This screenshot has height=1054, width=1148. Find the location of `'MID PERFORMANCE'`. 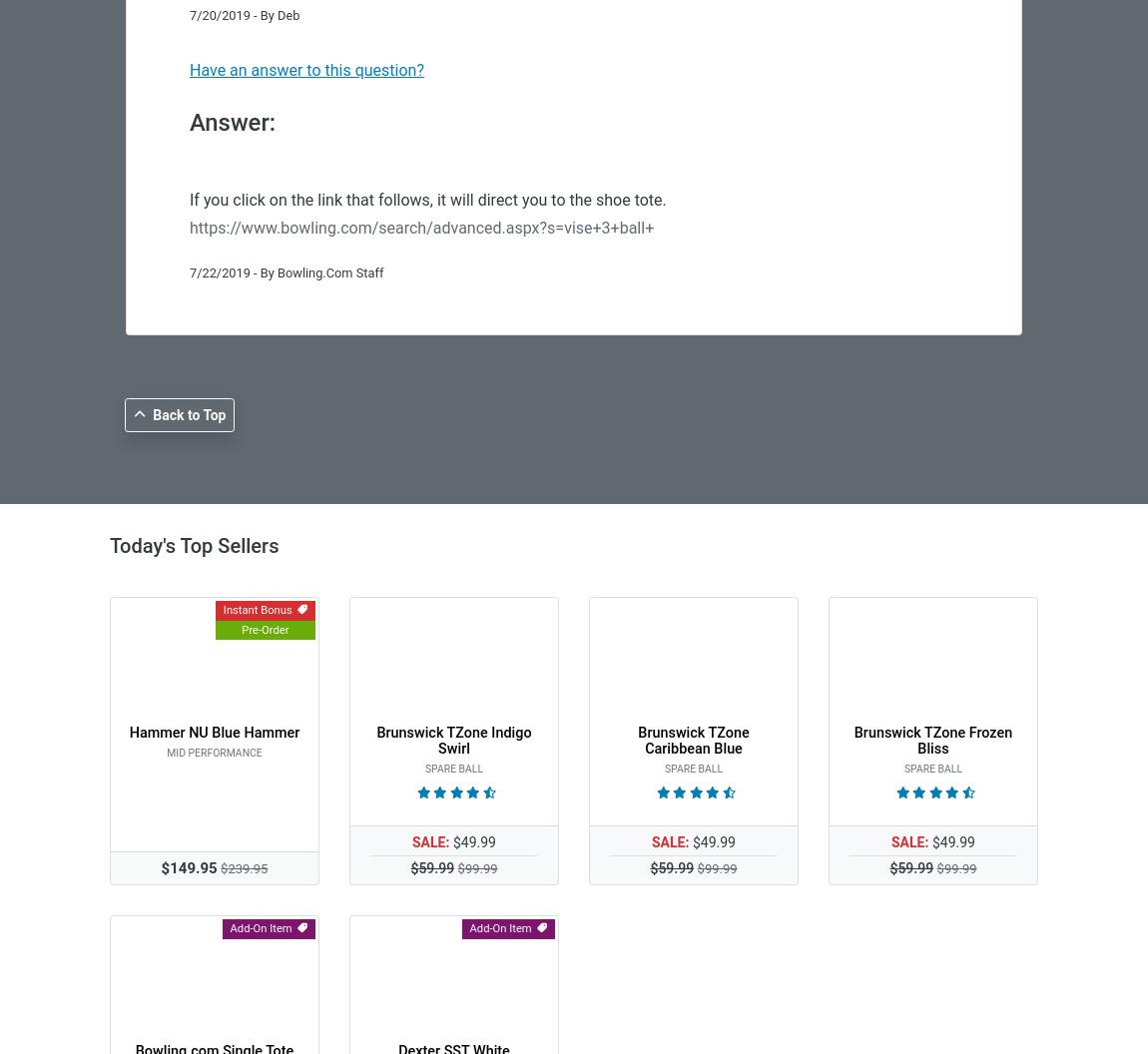

'MID PERFORMANCE' is located at coordinates (165, 751).